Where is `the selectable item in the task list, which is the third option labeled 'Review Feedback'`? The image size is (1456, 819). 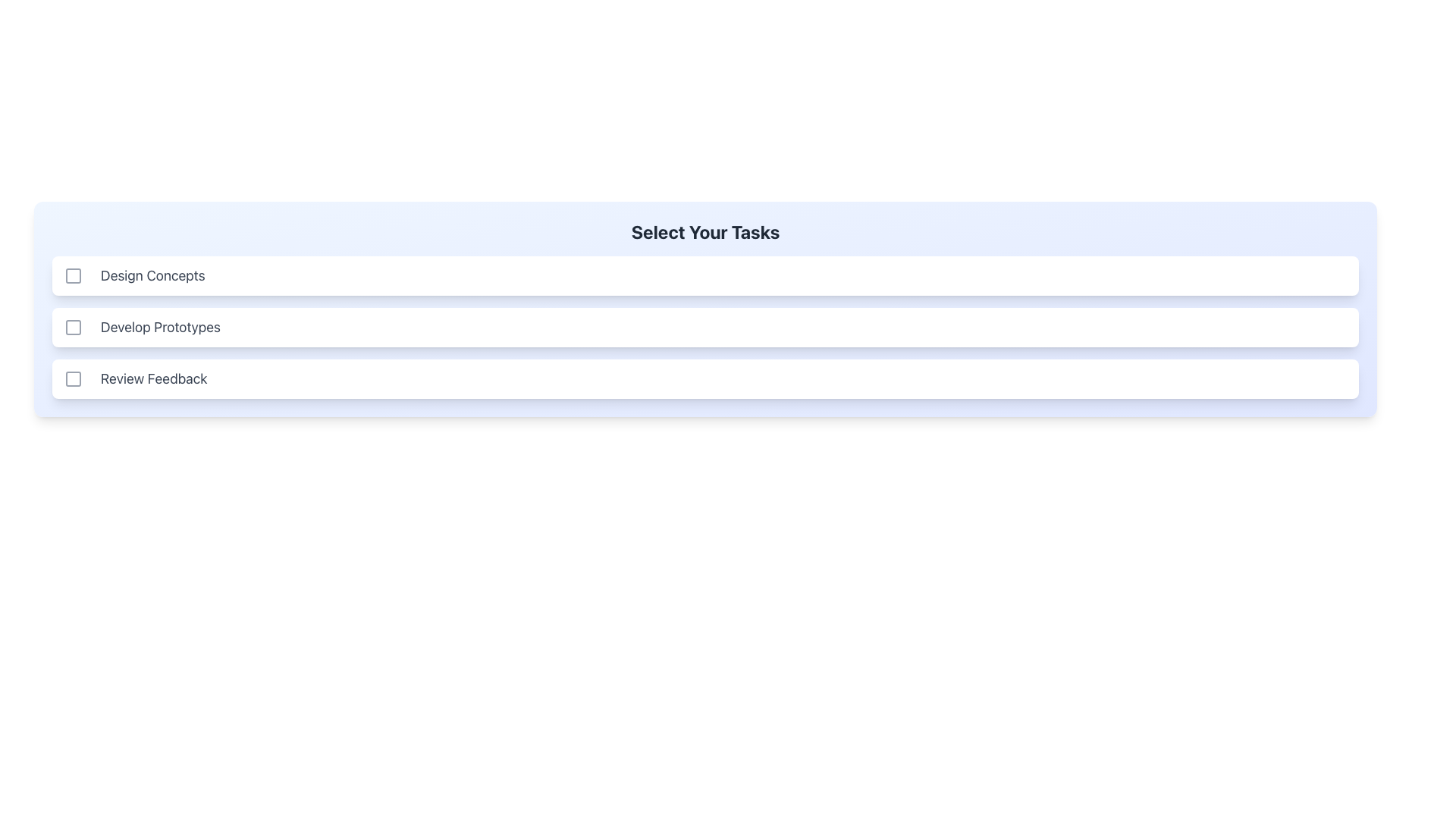
the selectable item in the task list, which is the third option labeled 'Review Feedback' is located at coordinates (704, 378).